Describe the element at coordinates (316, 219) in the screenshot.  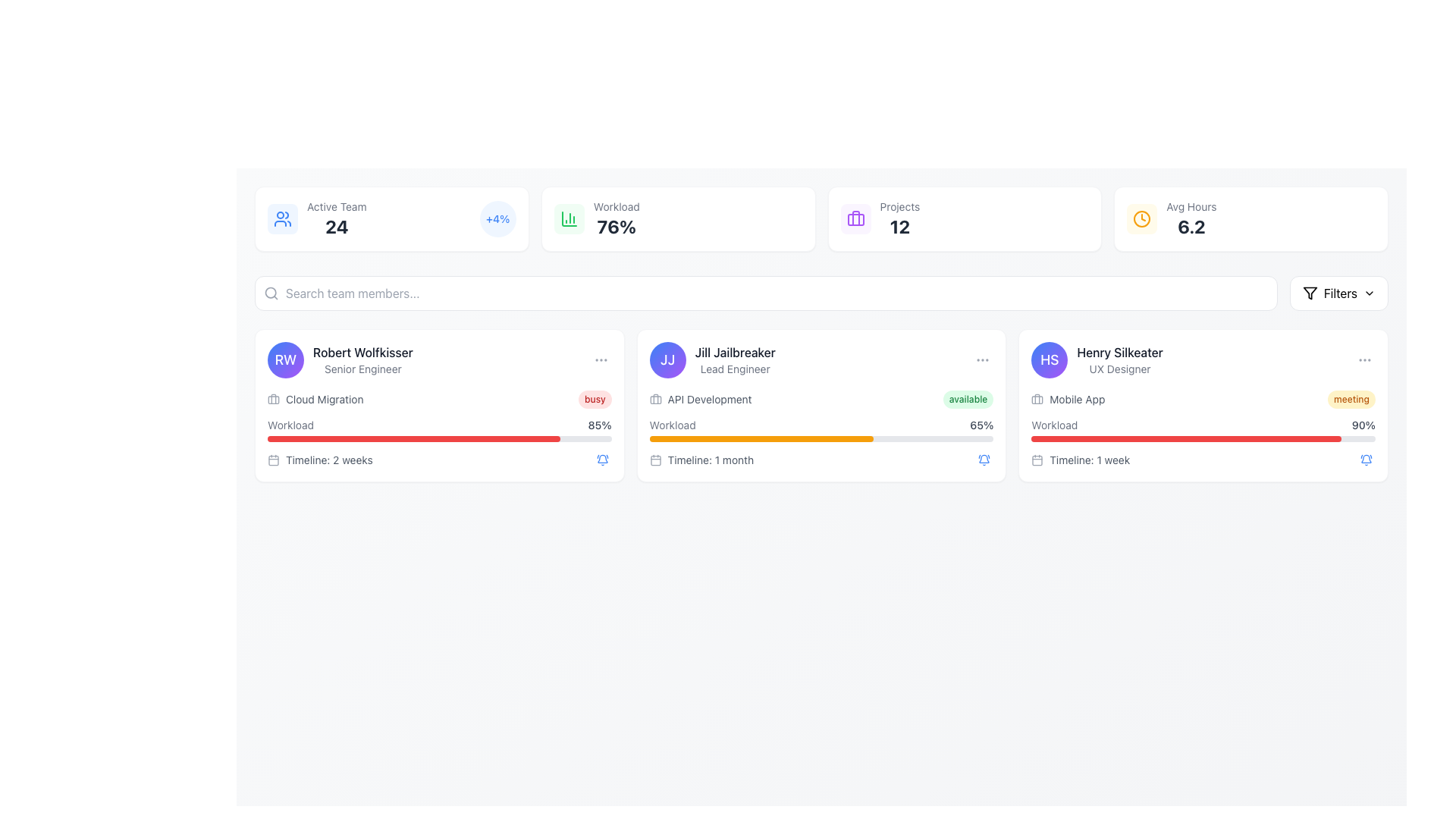
I see `the information display element that shows the count of active team members, including its icon and descriptive text, located in the upper left section of the interface` at that location.